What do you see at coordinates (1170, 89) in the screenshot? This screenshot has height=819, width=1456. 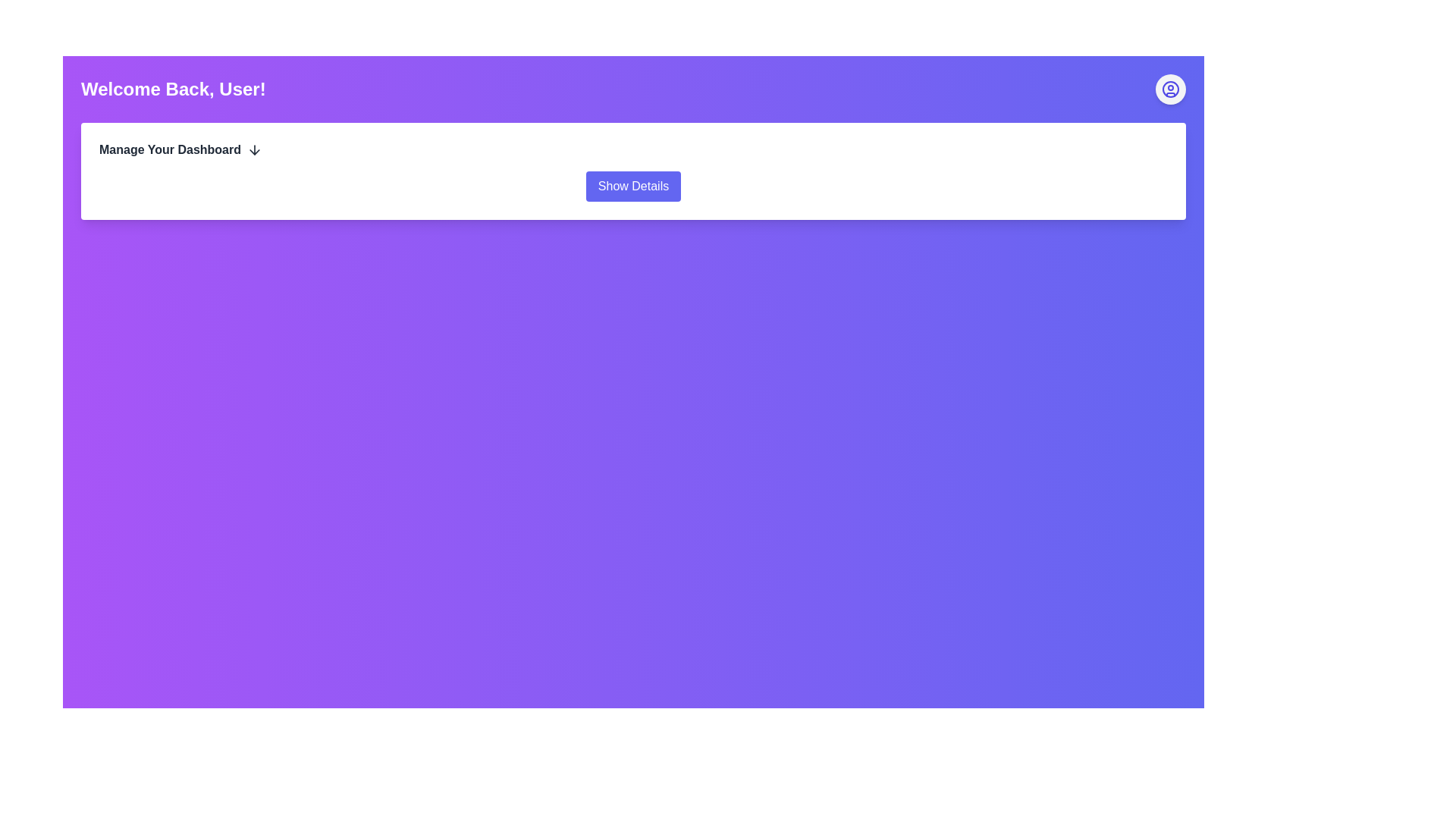 I see `the circular graphical element representing the user's profile located in the top-right corner of the interface` at bounding box center [1170, 89].